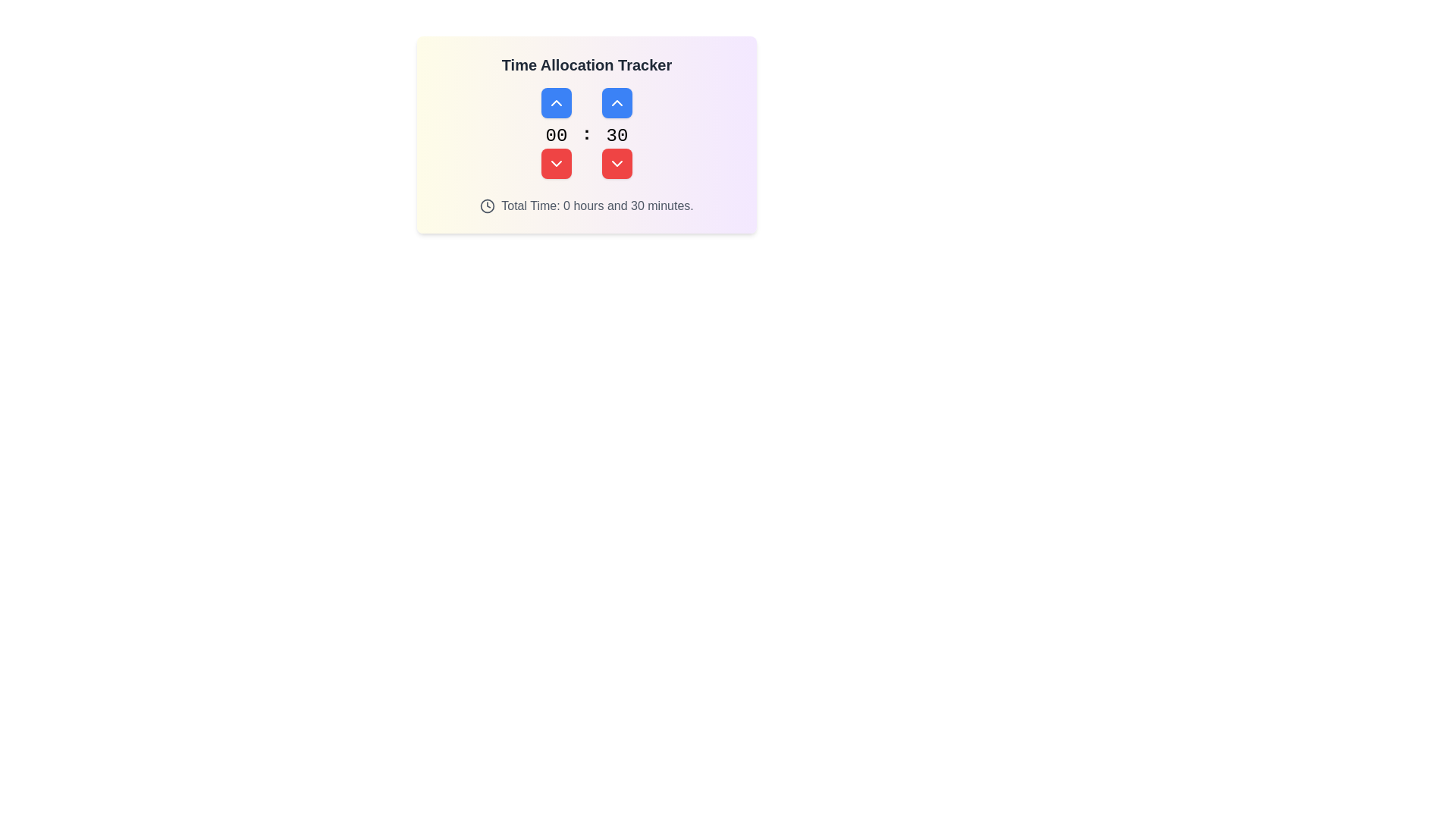  I want to click on the circular clock icon, so click(488, 206).